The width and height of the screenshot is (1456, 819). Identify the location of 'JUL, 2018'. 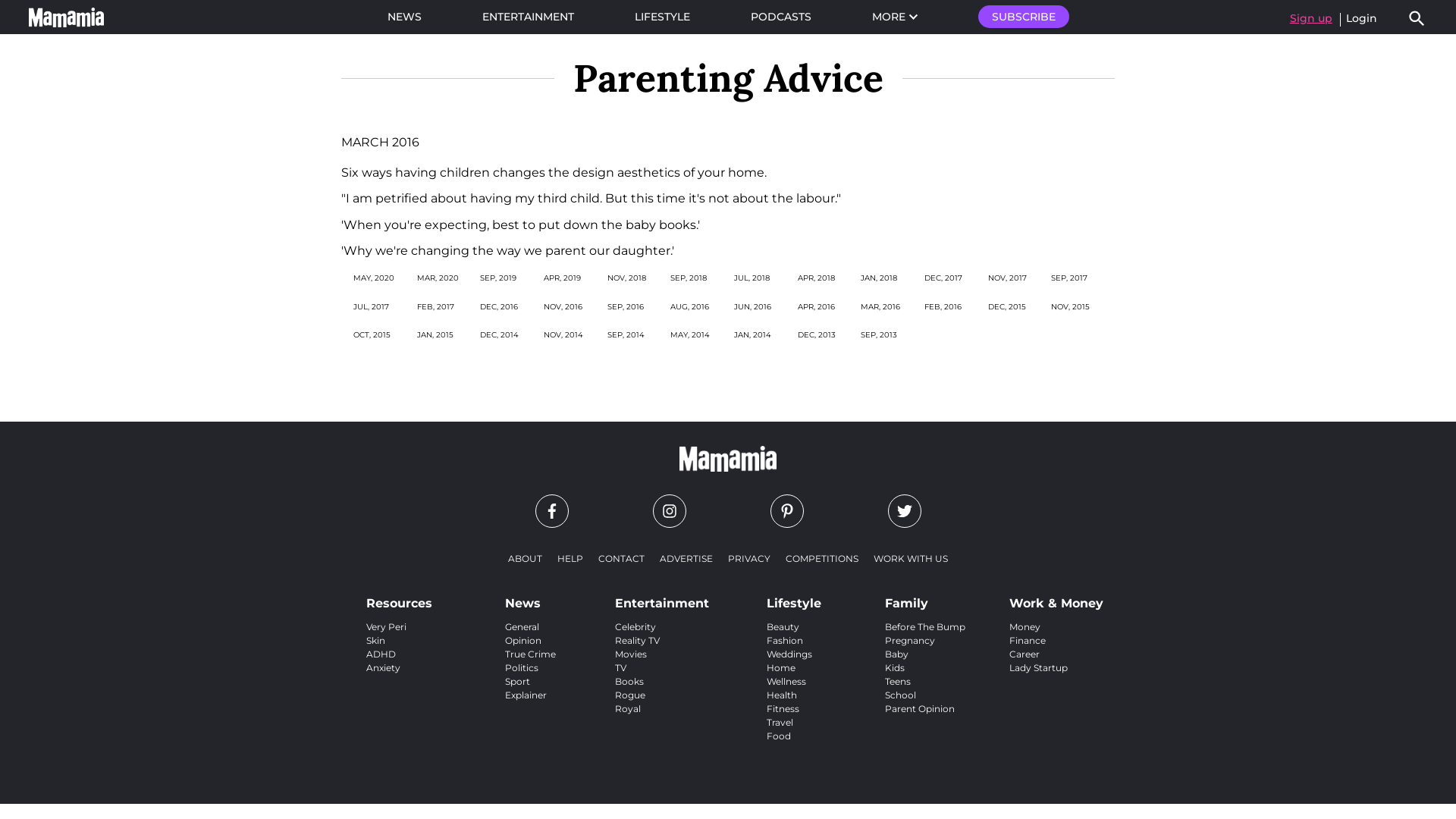
(752, 278).